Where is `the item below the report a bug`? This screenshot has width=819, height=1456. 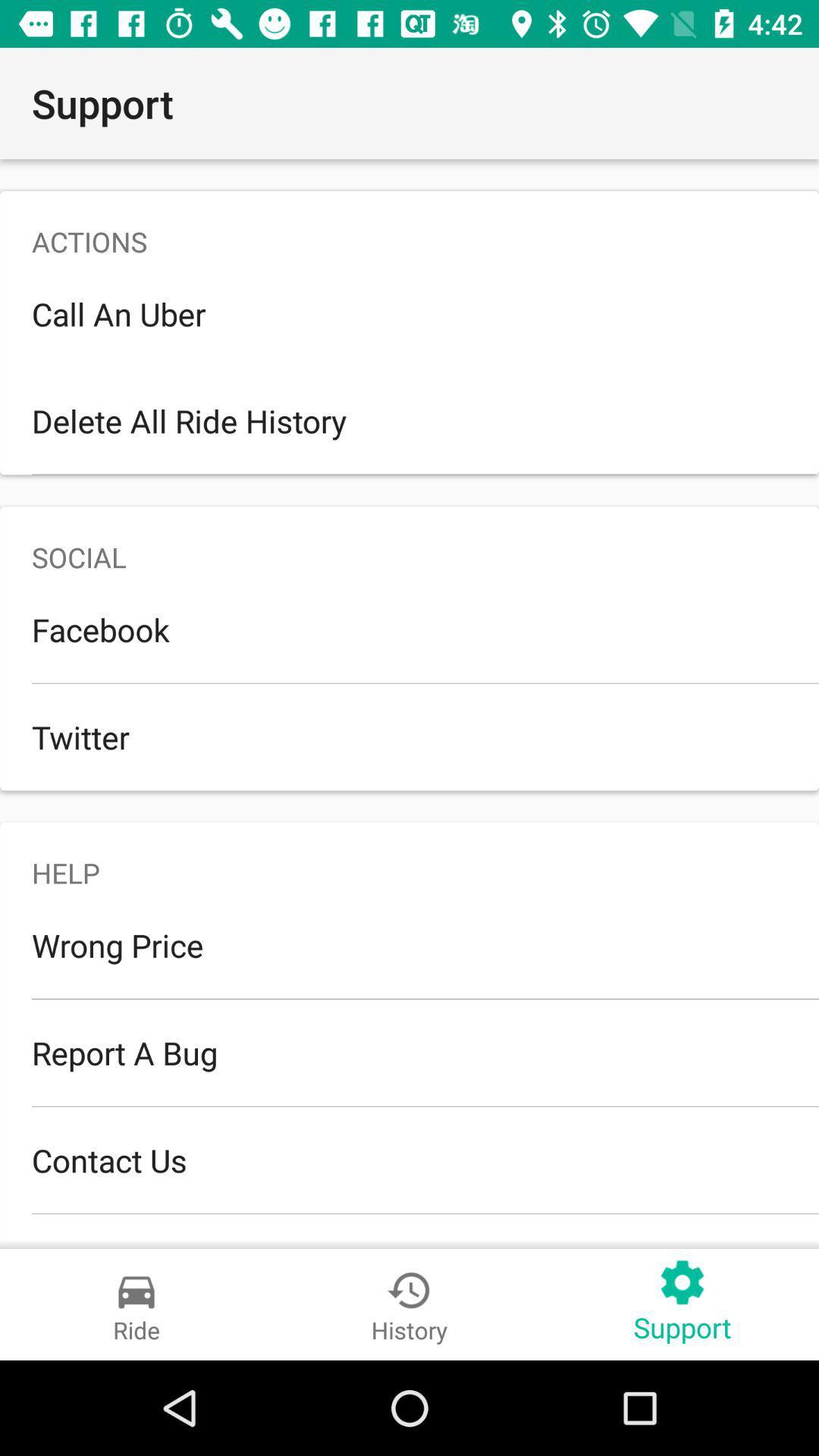 the item below the report a bug is located at coordinates (409, 1159).